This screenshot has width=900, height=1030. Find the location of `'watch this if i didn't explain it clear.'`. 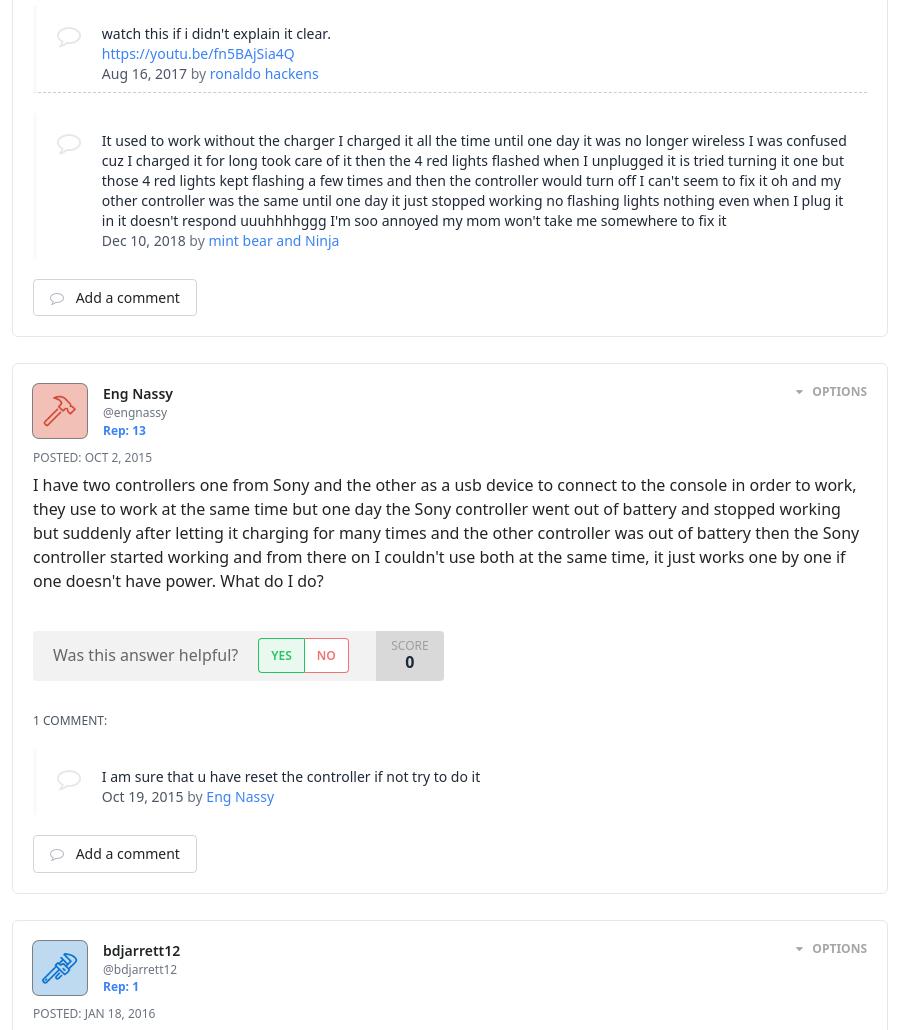

'watch this if i didn't explain it clear.' is located at coordinates (215, 32).